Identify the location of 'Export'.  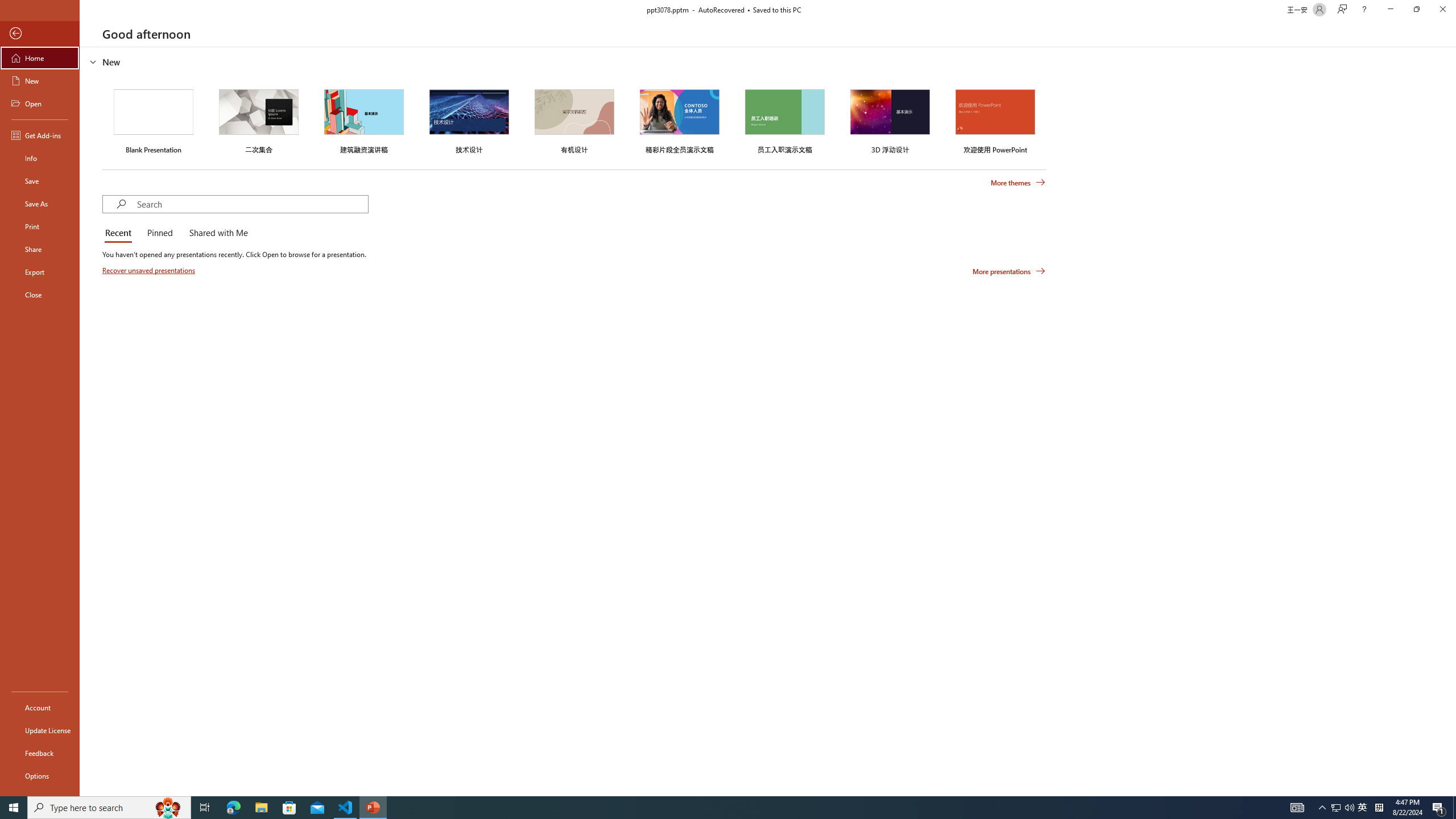
(39, 272).